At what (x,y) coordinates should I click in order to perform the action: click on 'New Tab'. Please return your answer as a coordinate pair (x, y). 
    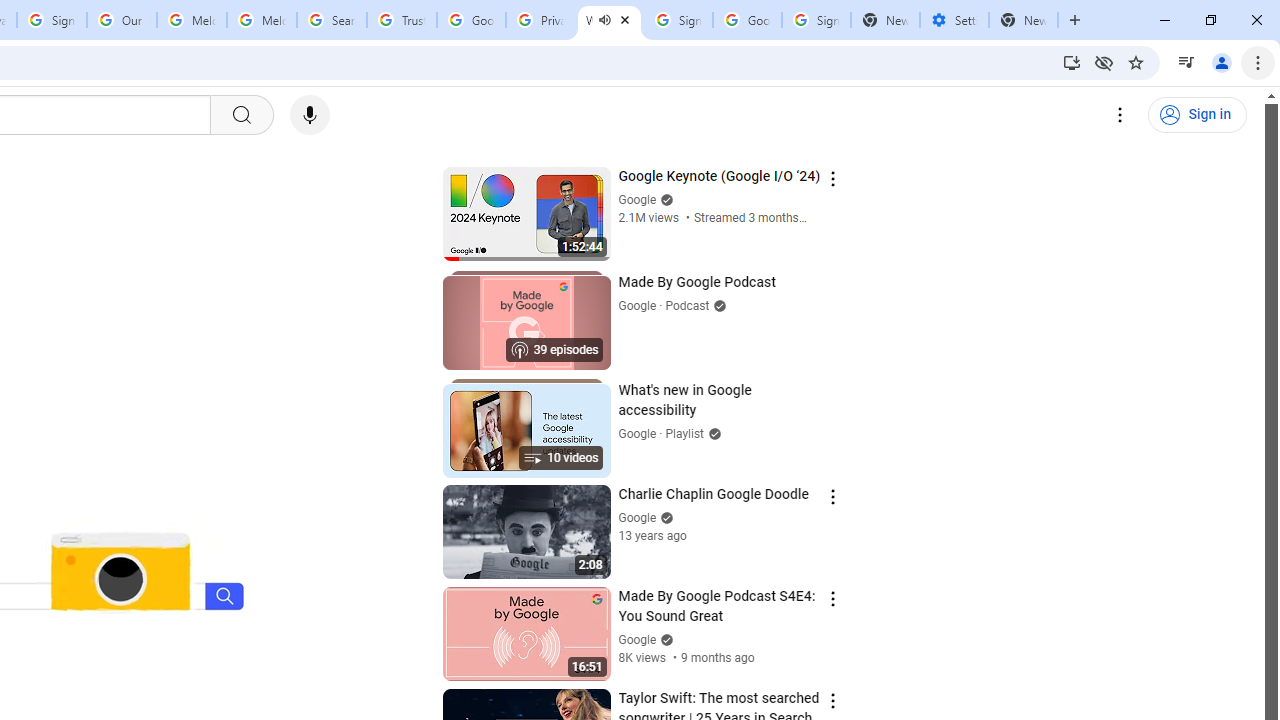
    Looking at the image, I should click on (1024, 20).